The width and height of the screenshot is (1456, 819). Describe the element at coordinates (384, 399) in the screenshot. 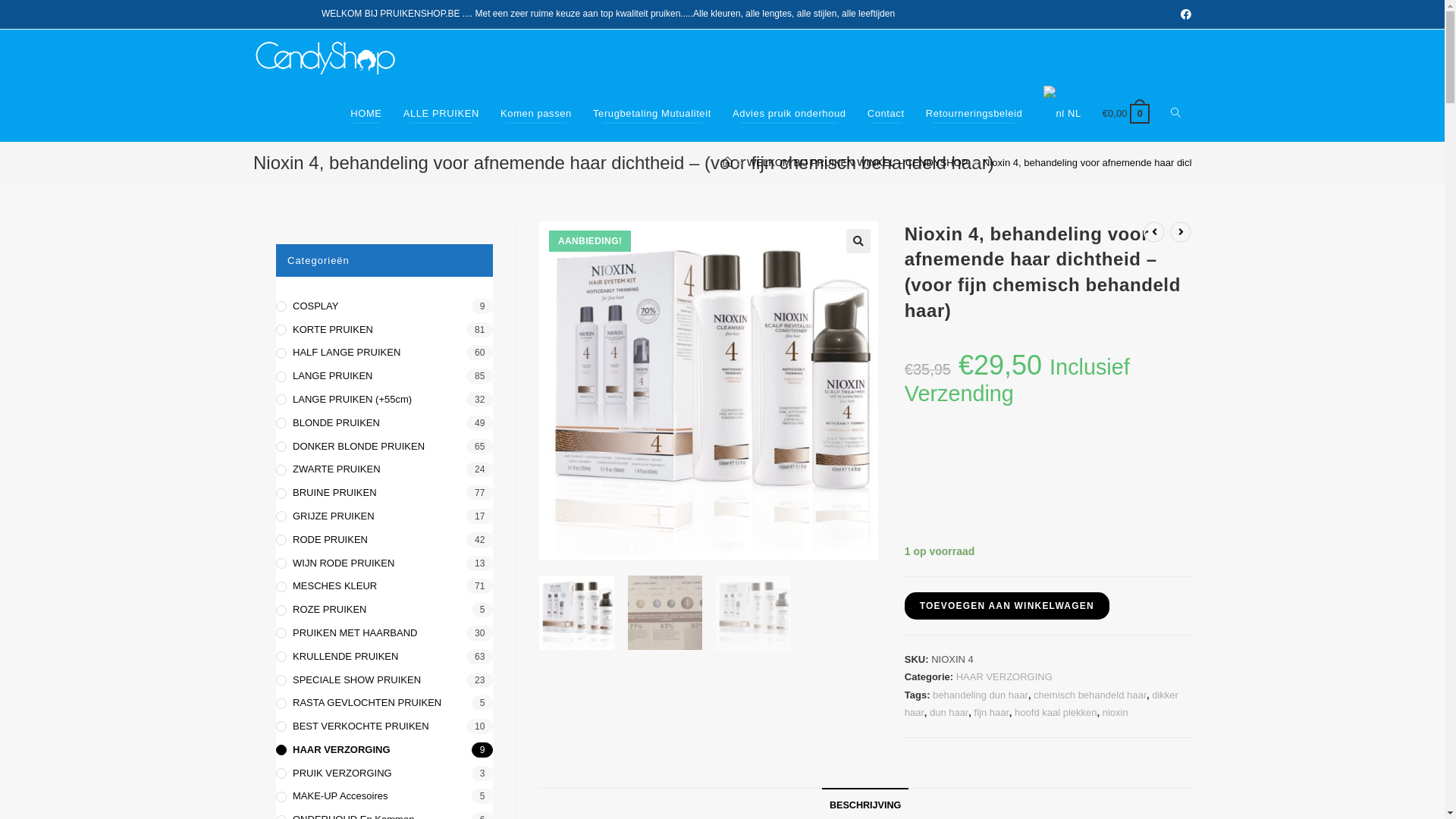

I see `'LANGE PRUIKEN (+55cm)'` at that location.